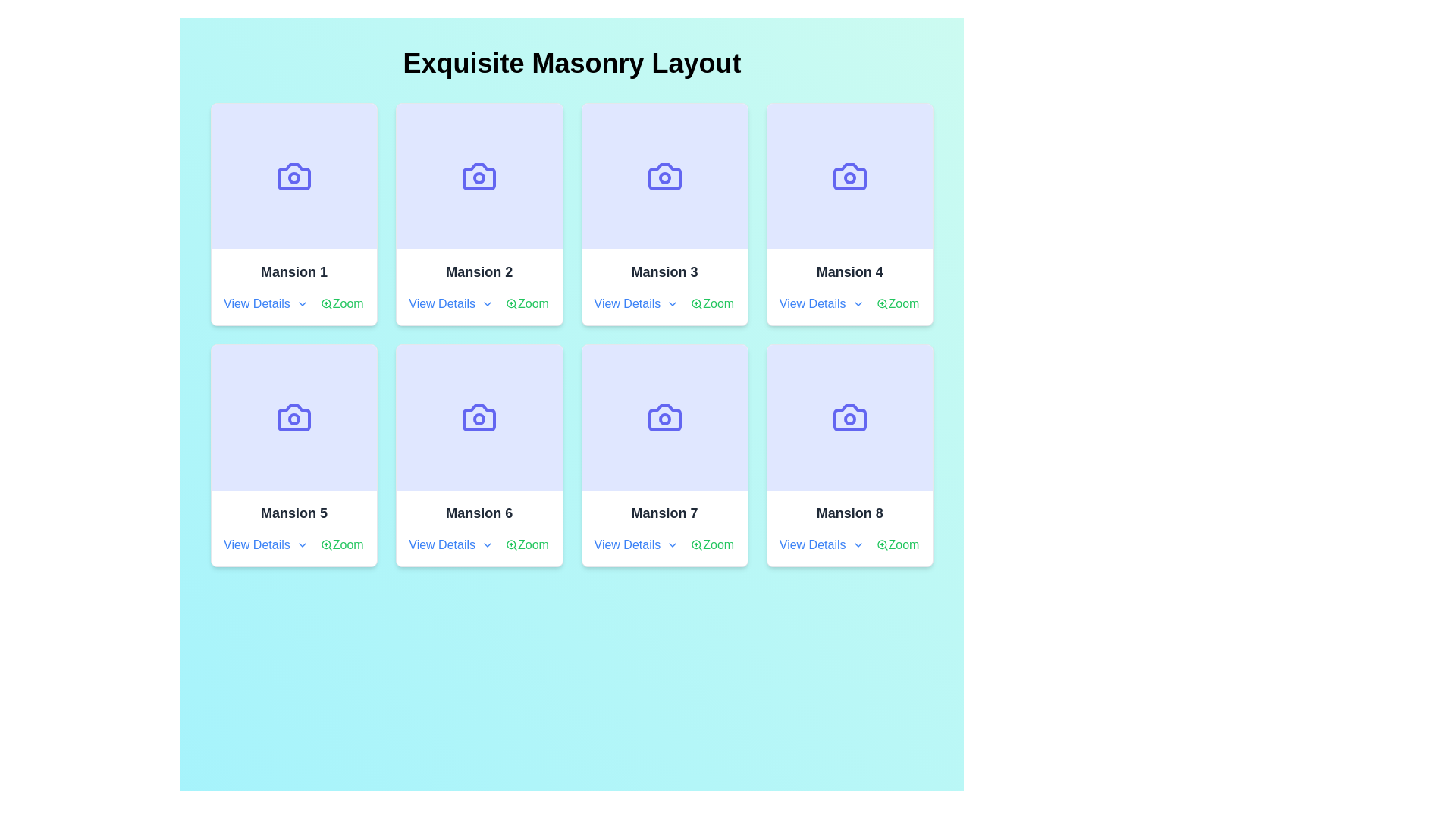 The image size is (1456, 819). I want to click on the bold text label reading 'Mansion 8', which is located at the bottom of the last card in the second row of an 8-card grid layout, positioned above the 'View Details' and 'Zoom' links, so click(849, 513).